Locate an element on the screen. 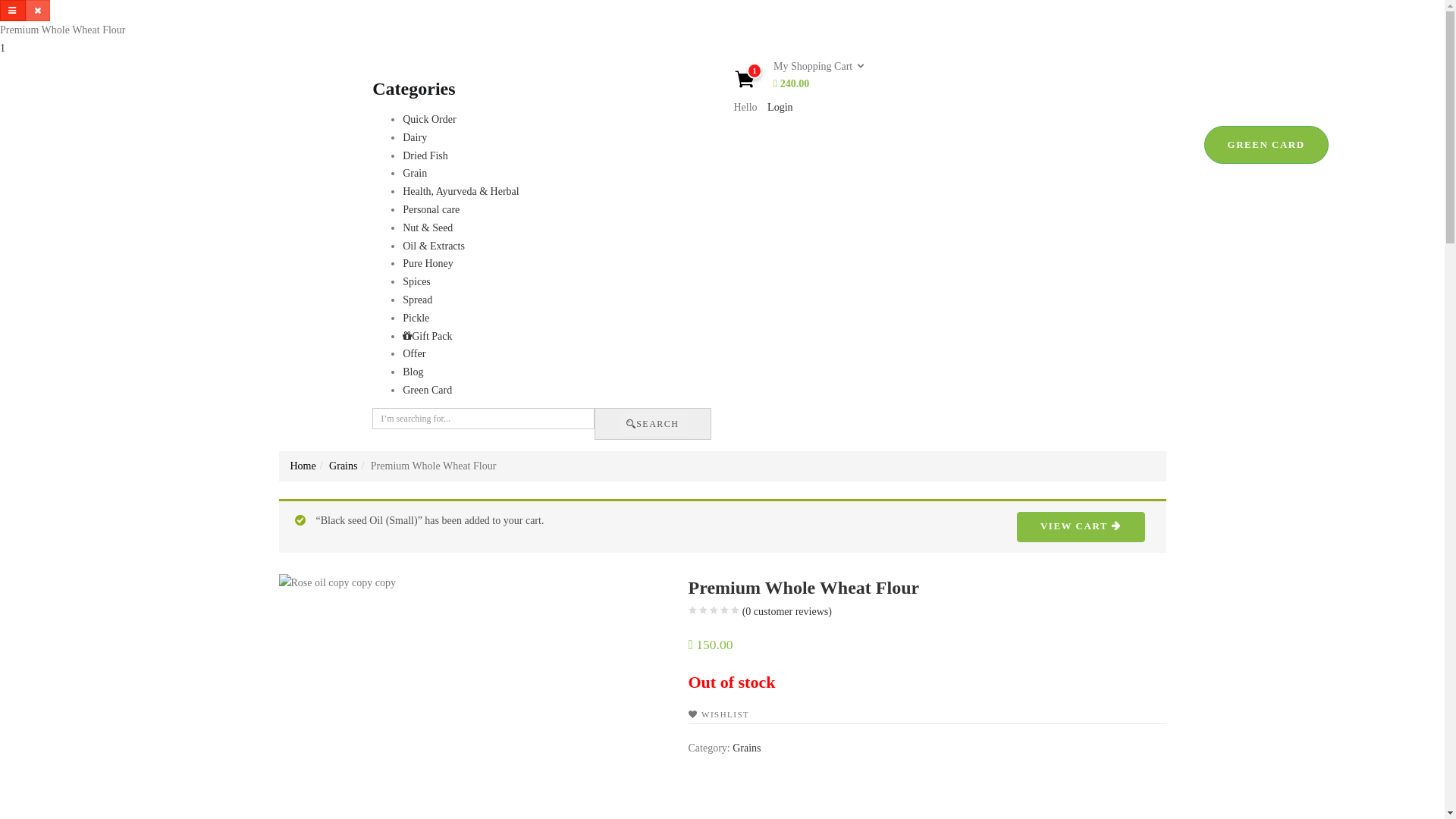 The width and height of the screenshot is (1456, 819). 'Home' is located at coordinates (302, 465).